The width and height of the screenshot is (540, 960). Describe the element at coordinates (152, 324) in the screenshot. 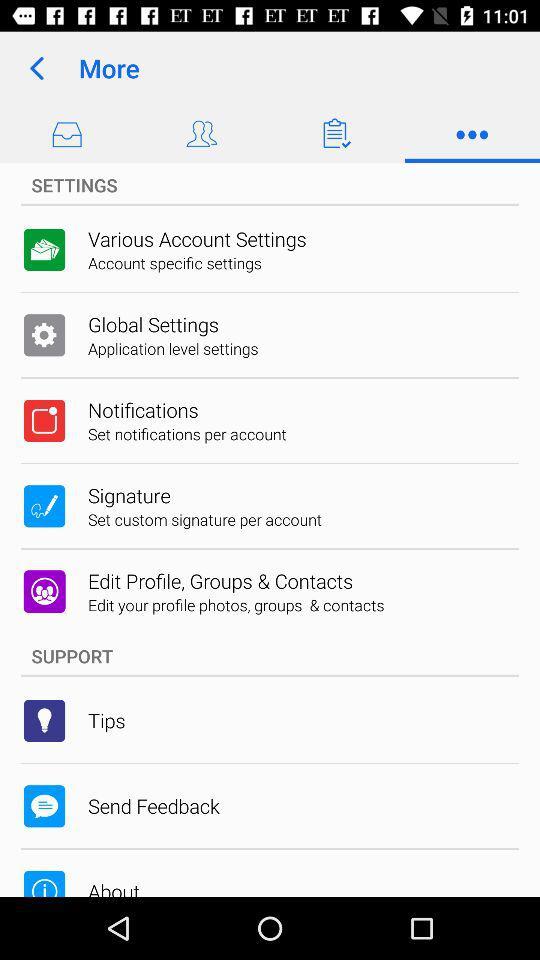

I see `the app above the application level settings app` at that location.